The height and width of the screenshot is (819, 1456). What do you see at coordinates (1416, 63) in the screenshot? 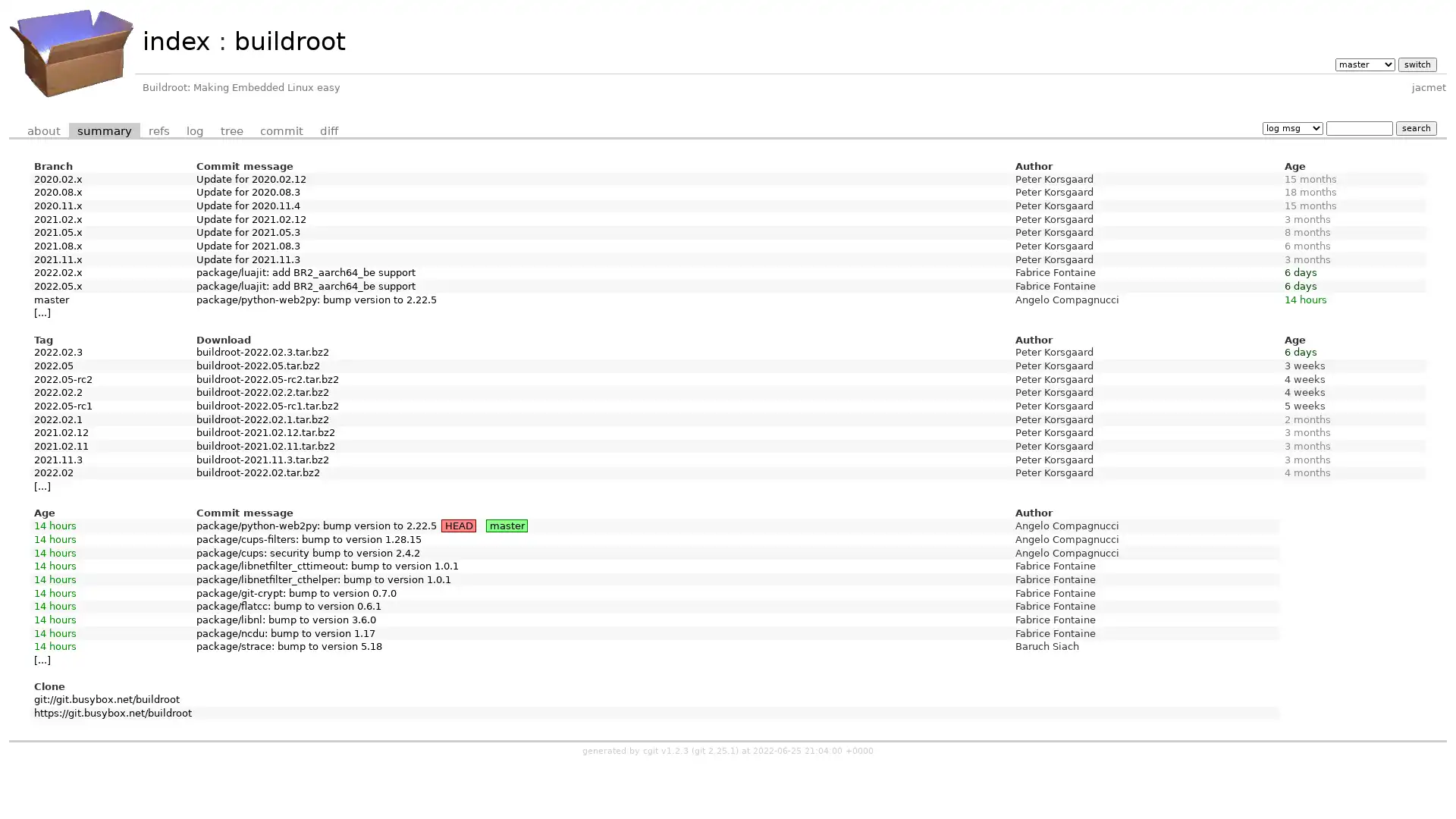
I see `switch` at bounding box center [1416, 63].